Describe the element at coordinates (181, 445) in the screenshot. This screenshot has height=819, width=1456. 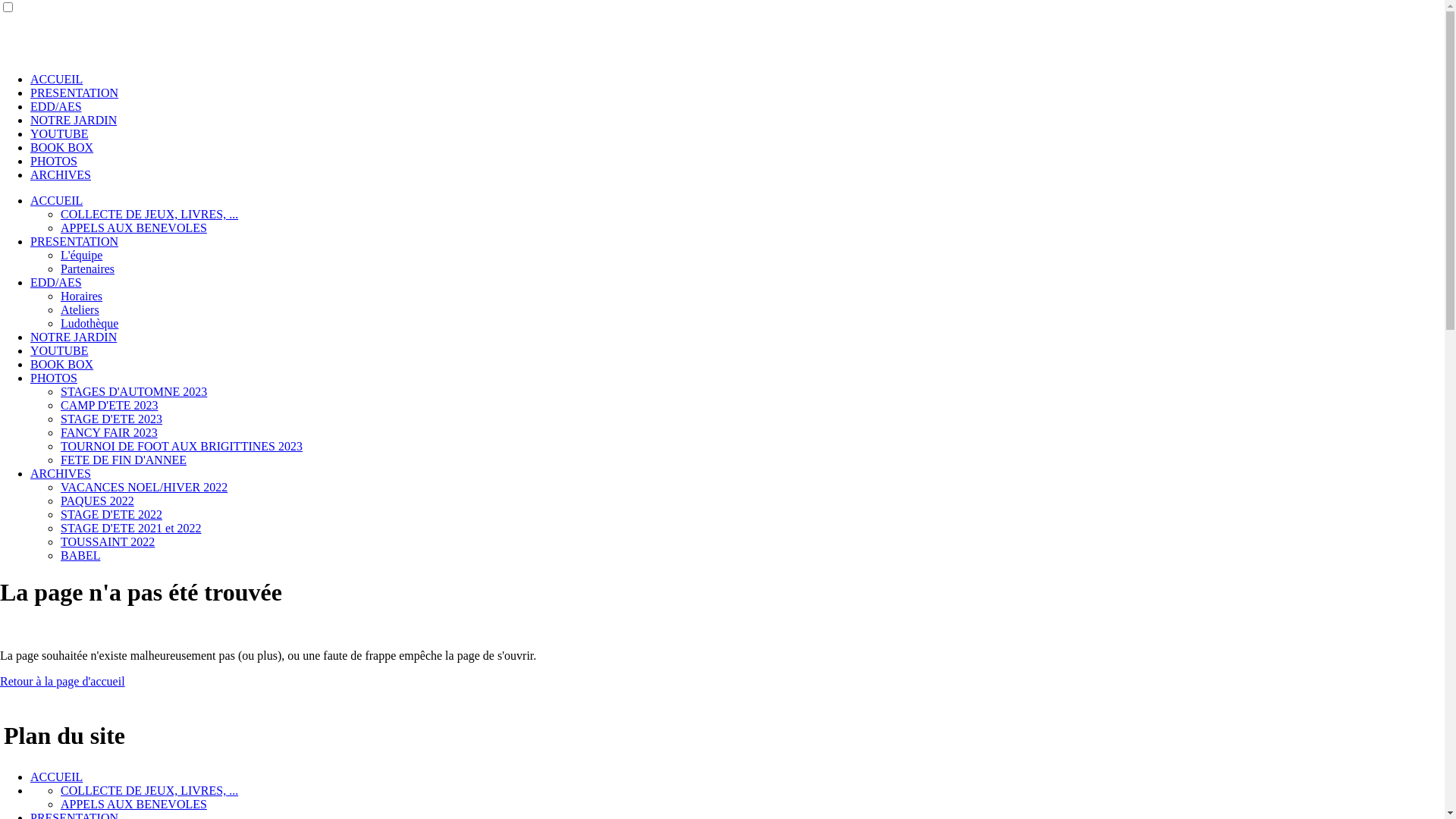
I see `'TOURNOI DE FOOT AUX BRIGITTINES 2023'` at that location.